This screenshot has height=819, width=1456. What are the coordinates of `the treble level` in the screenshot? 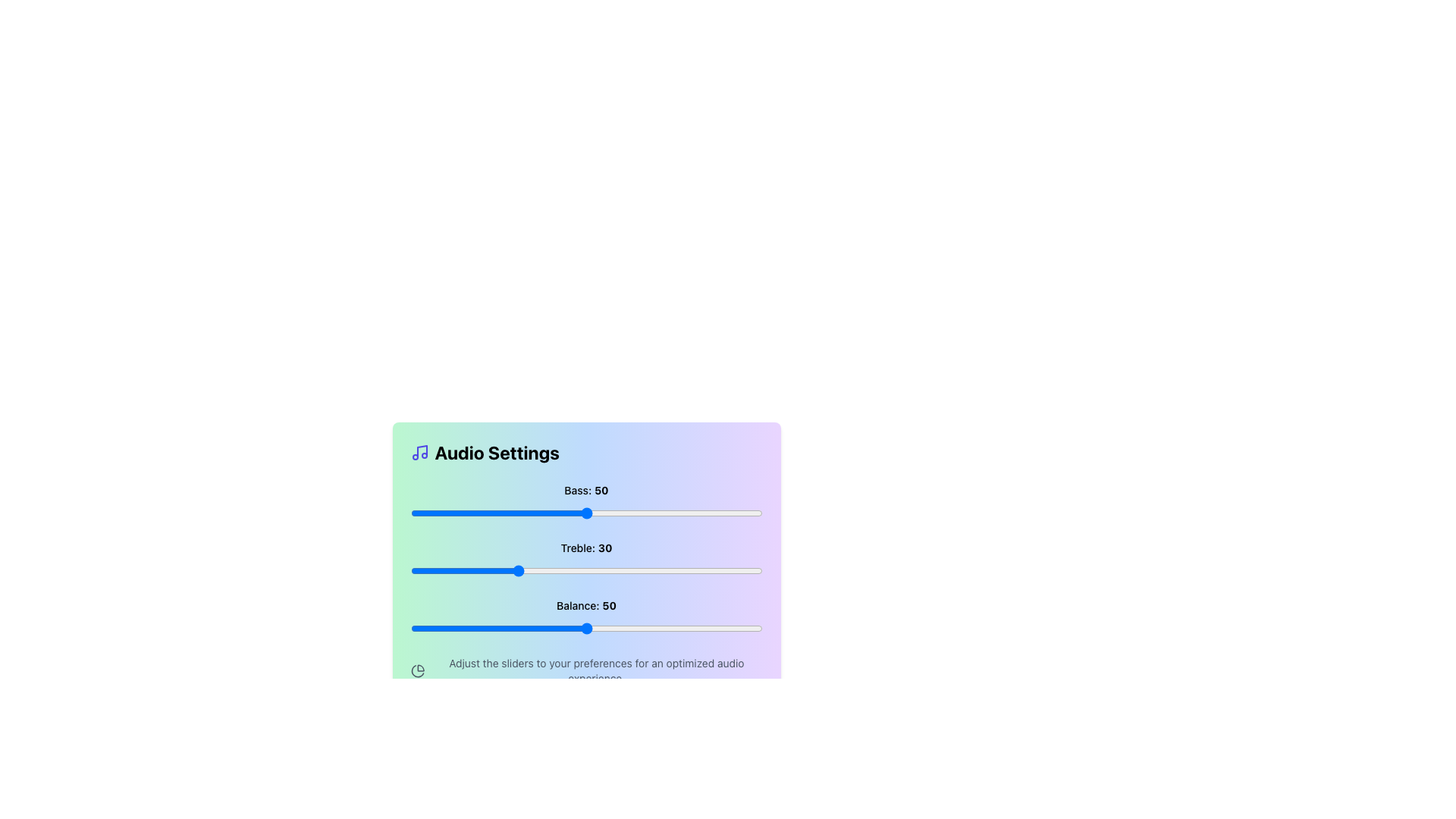 It's located at (585, 570).